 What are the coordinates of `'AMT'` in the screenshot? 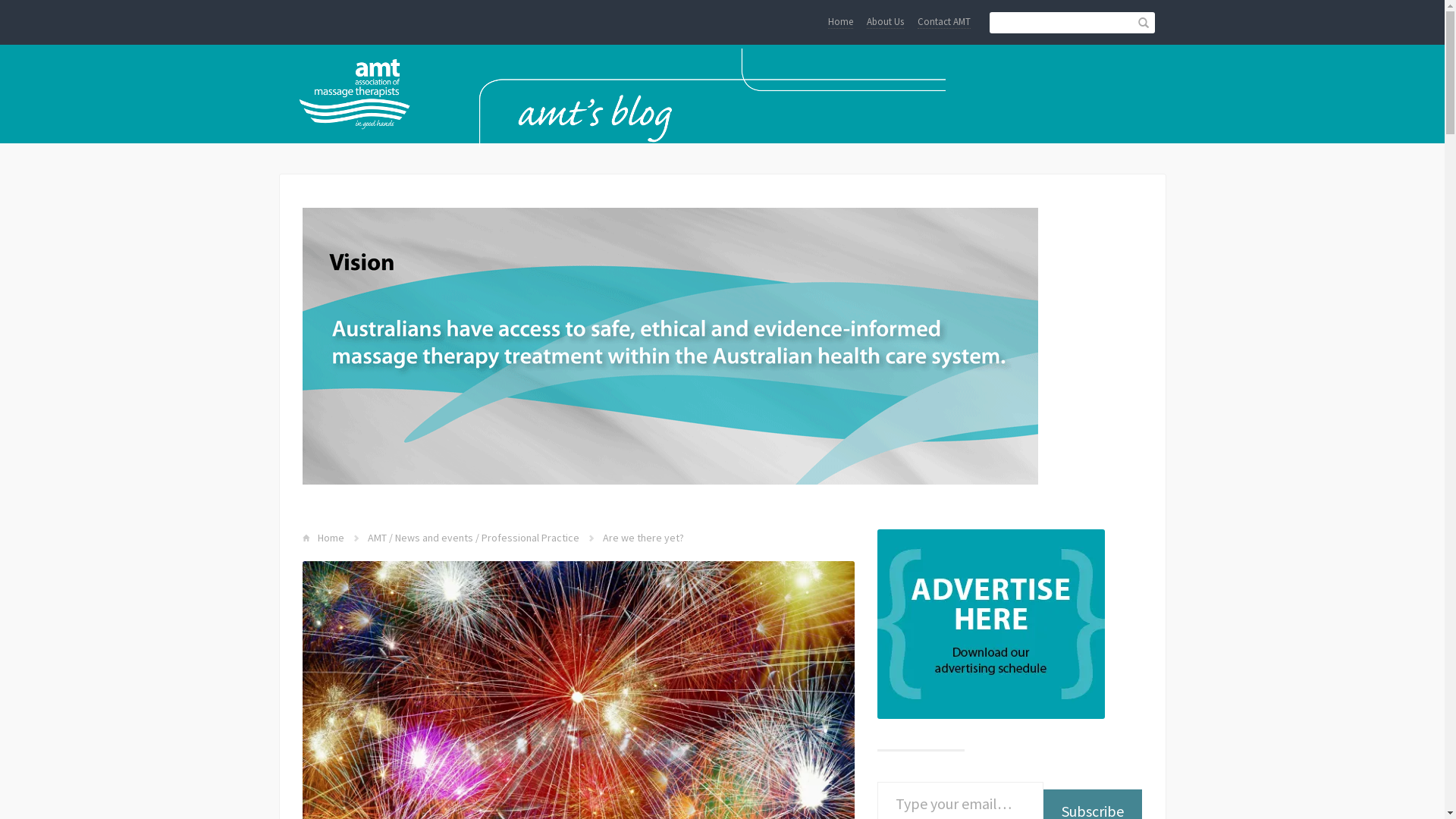 It's located at (376, 537).